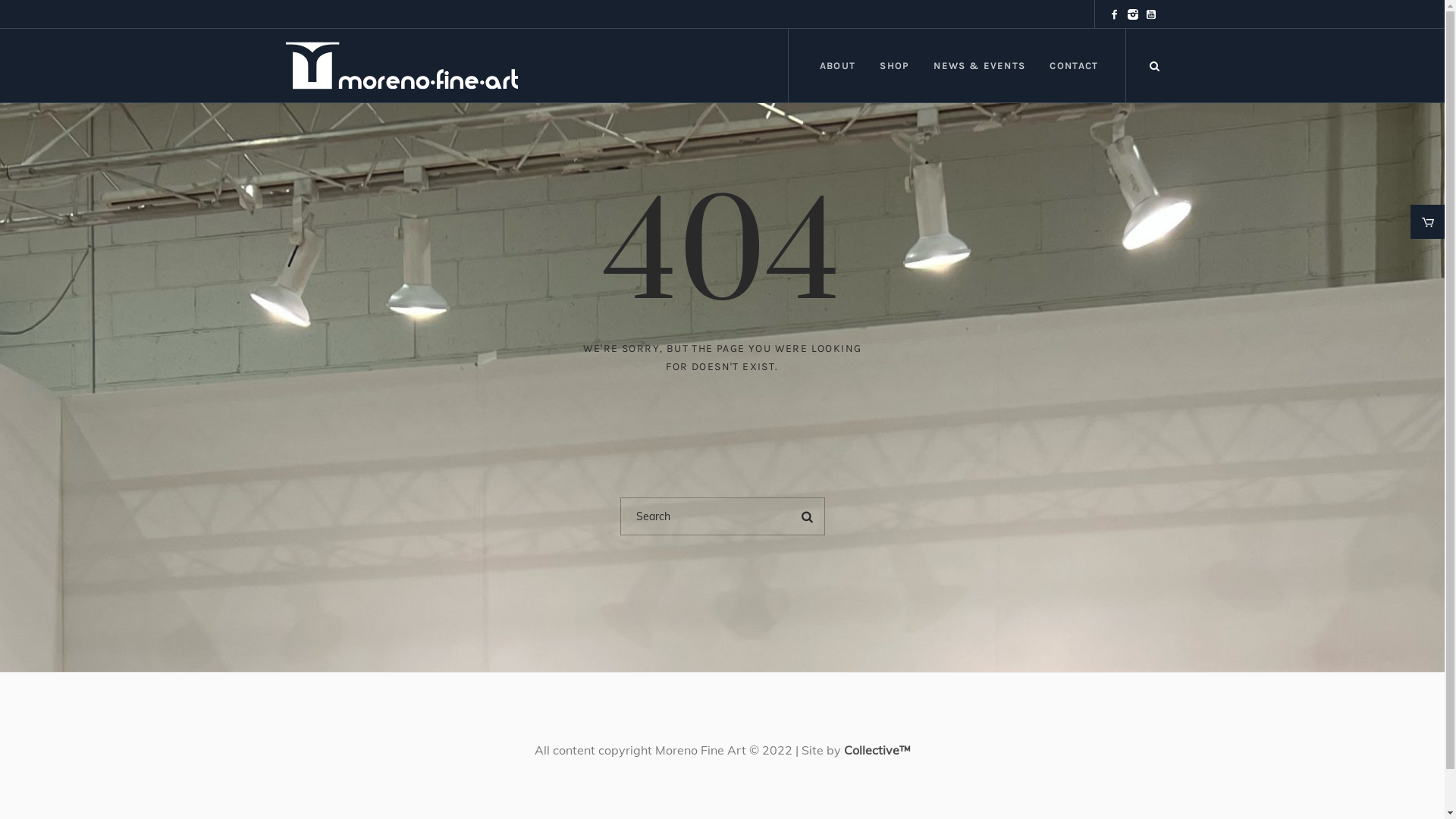  What do you see at coordinates (1131, 14) in the screenshot?
I see `'Instagram'` at bounding box center [1131, 14].